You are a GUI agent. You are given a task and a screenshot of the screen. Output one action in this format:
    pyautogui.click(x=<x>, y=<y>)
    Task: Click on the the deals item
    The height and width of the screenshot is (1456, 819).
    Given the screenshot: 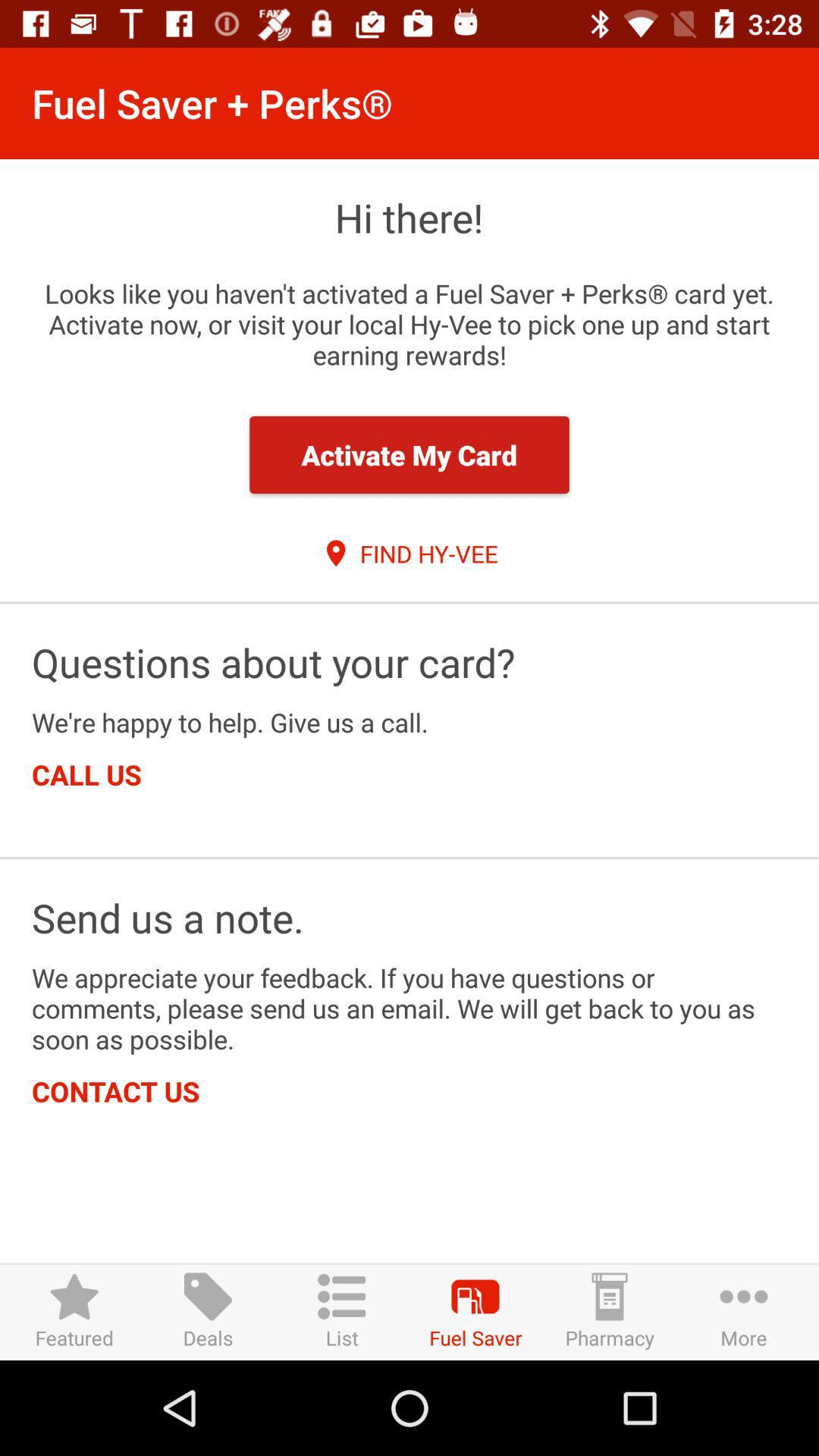 What is the action you would take?
    pyautogui.click(x=208, y=1311)
    